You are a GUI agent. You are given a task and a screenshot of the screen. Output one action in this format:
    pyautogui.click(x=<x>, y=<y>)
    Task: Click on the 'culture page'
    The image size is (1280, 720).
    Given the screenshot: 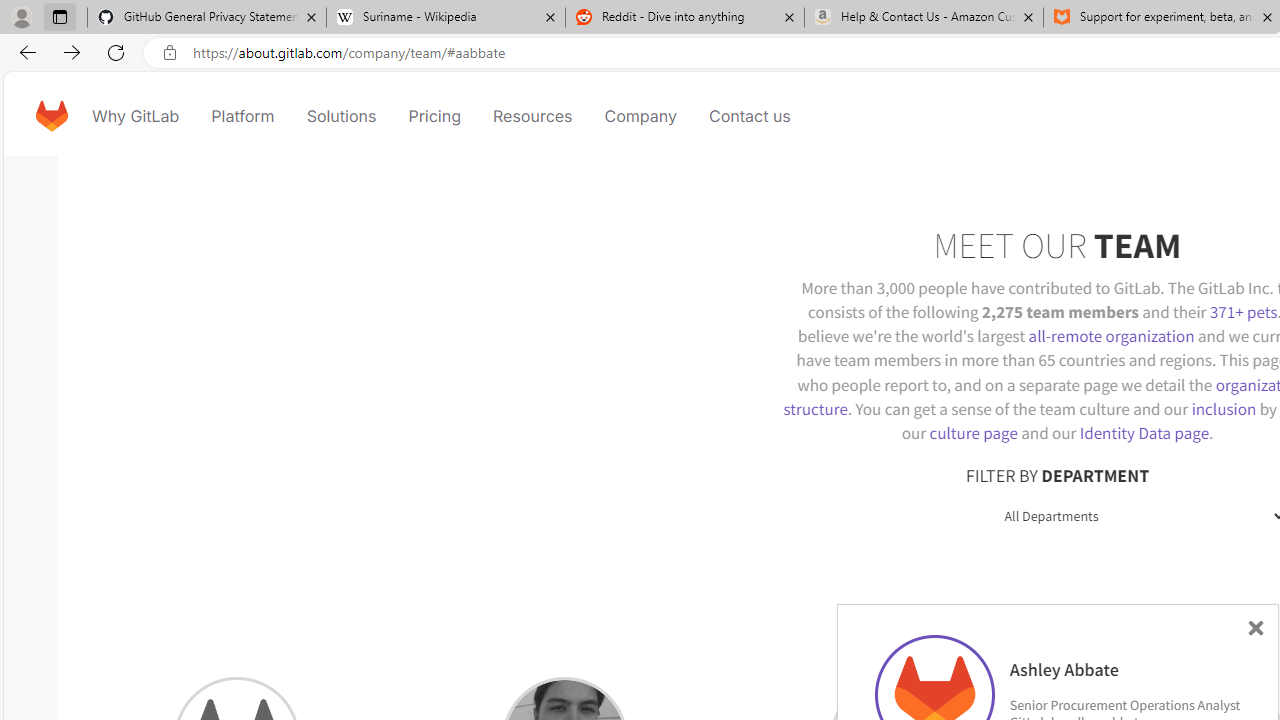 What is the action you would take?
    pyautogui.click(x=973, y=432)
    